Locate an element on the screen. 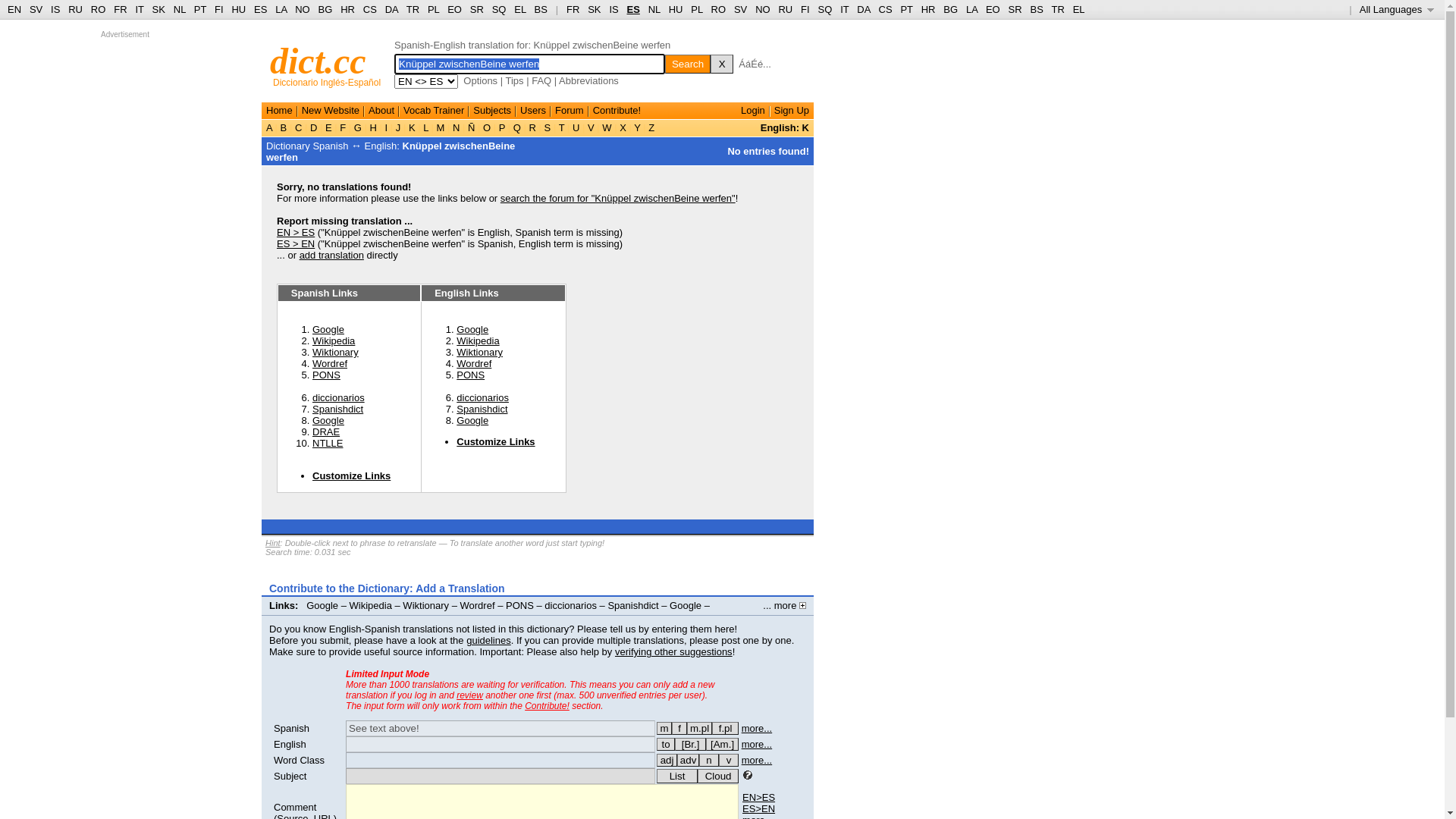 This screenshot has height=819, width=1456. 'more...' is located at coordinates (757, 743).